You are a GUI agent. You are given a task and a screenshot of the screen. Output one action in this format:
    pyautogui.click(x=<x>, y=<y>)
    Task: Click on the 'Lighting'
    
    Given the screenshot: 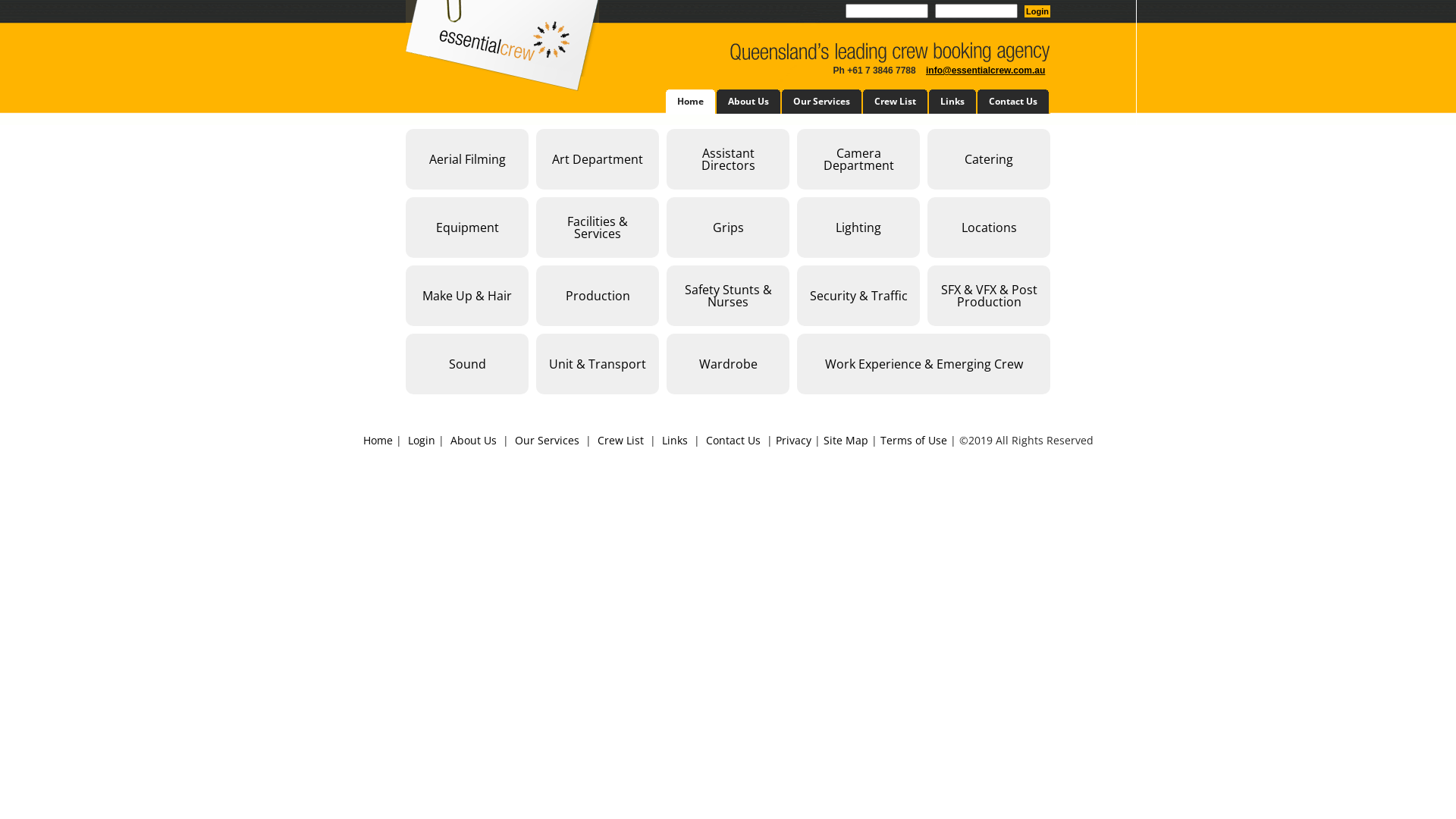 What is the action you would take?
    pyautogui.click(x=858, y=227)
    